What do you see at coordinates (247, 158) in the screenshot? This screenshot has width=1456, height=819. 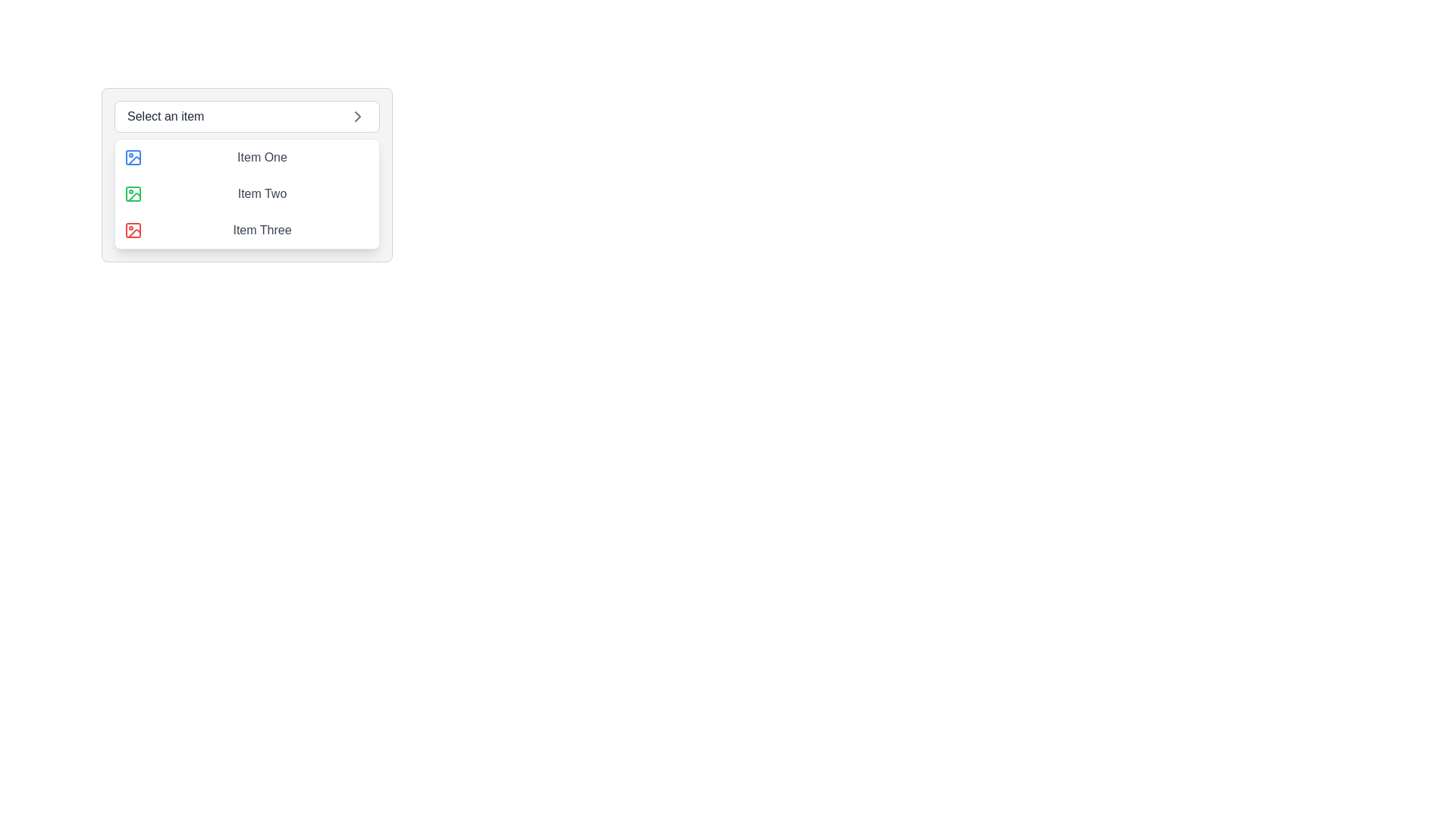 I see `the first item labeled 'Item One' in the dropdown menu` at bounding box center [247, 158].